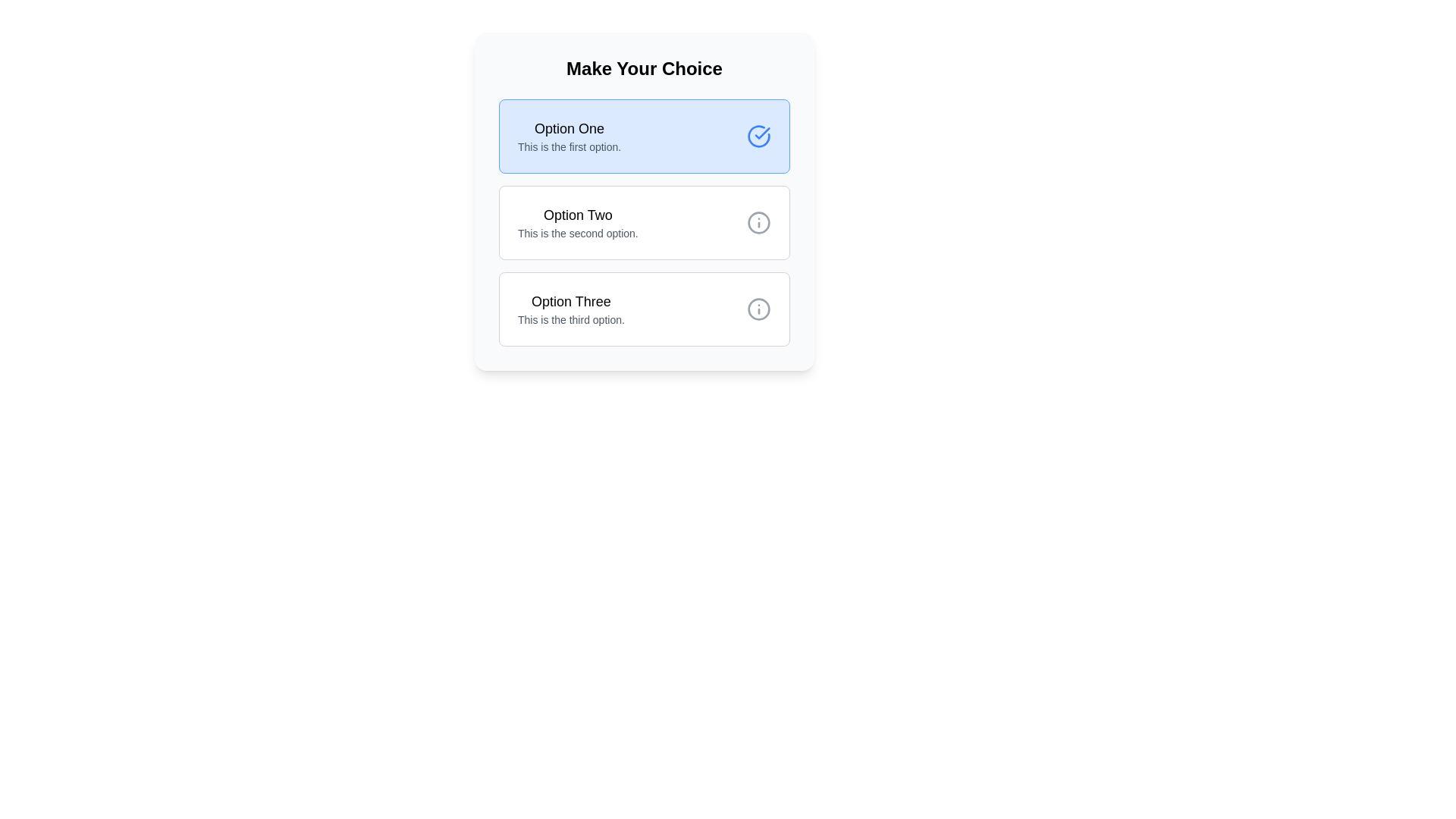  Describe the element at coordinates (759, 222) in the screenshot. I see `the informational indicator icon located in the top-right corner of the card labeled 'Option Two'` at that location.